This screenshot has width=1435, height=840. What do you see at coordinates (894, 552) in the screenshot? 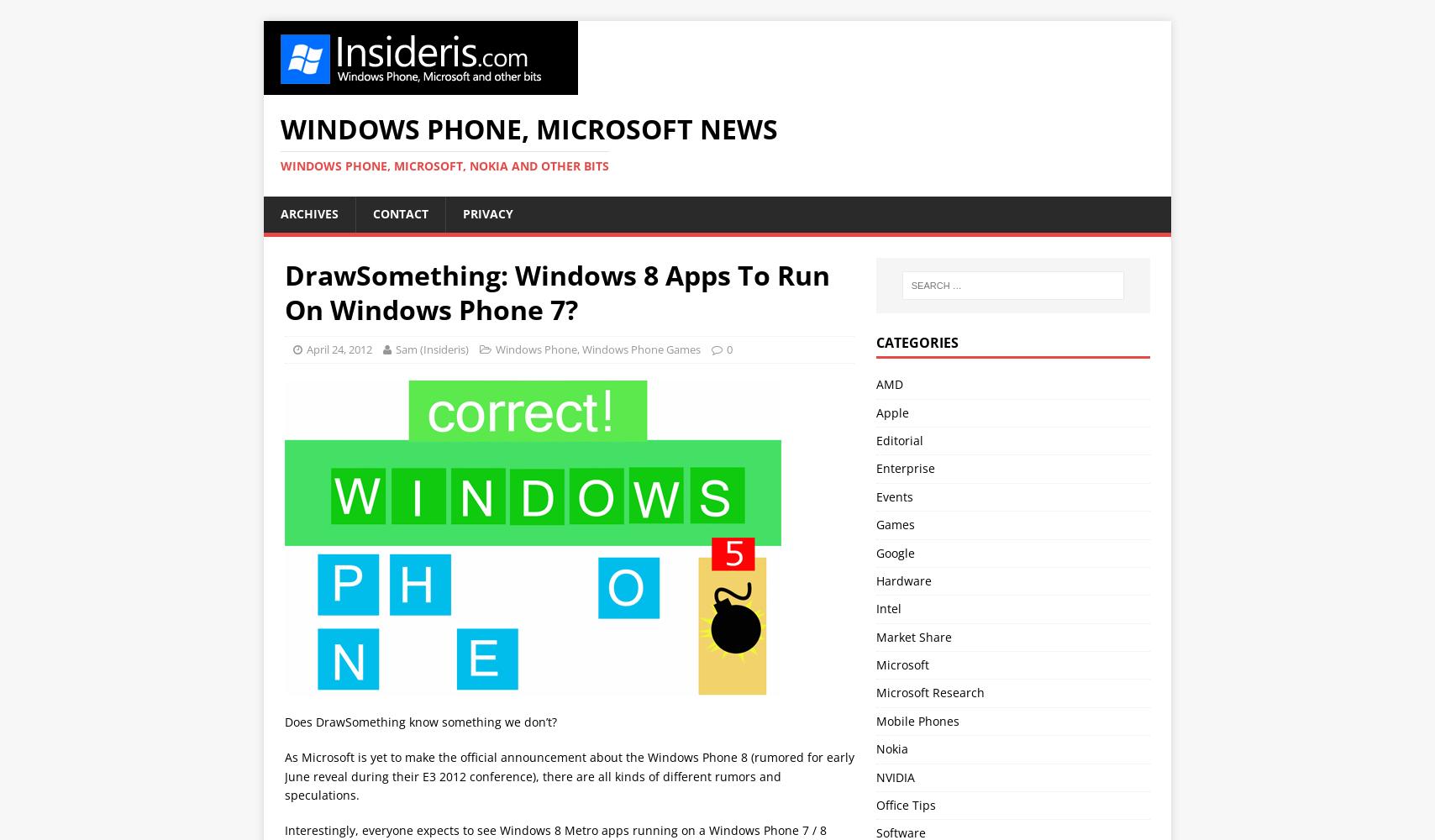
I see `'Google'` at bounding box center [894, 552].